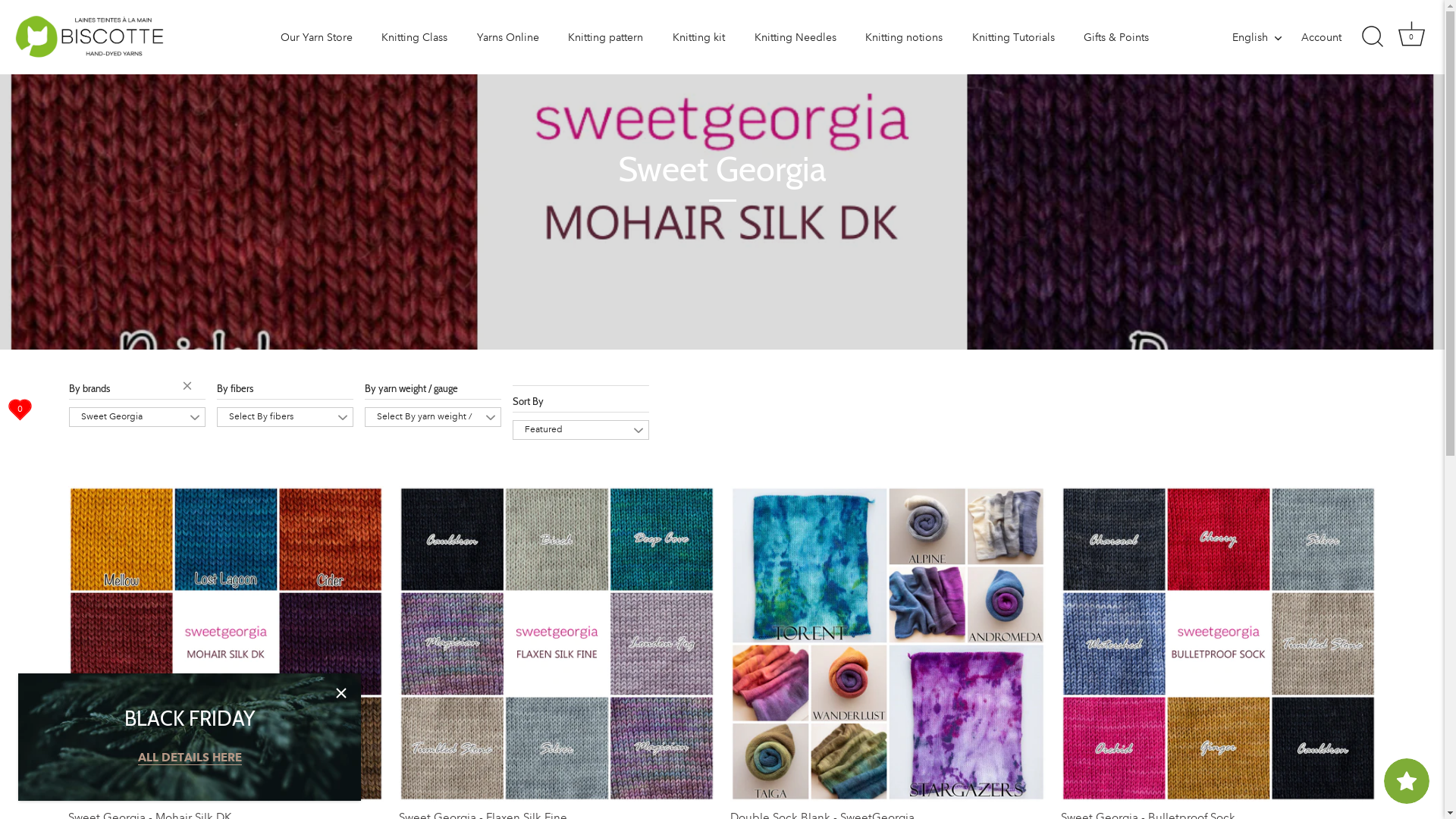 This screenshot has width=1456, height=819. What do you see at coordinates (698, 36) in the screenshot?
I see `'Knitting kit'` at bounding box center [698, 36].